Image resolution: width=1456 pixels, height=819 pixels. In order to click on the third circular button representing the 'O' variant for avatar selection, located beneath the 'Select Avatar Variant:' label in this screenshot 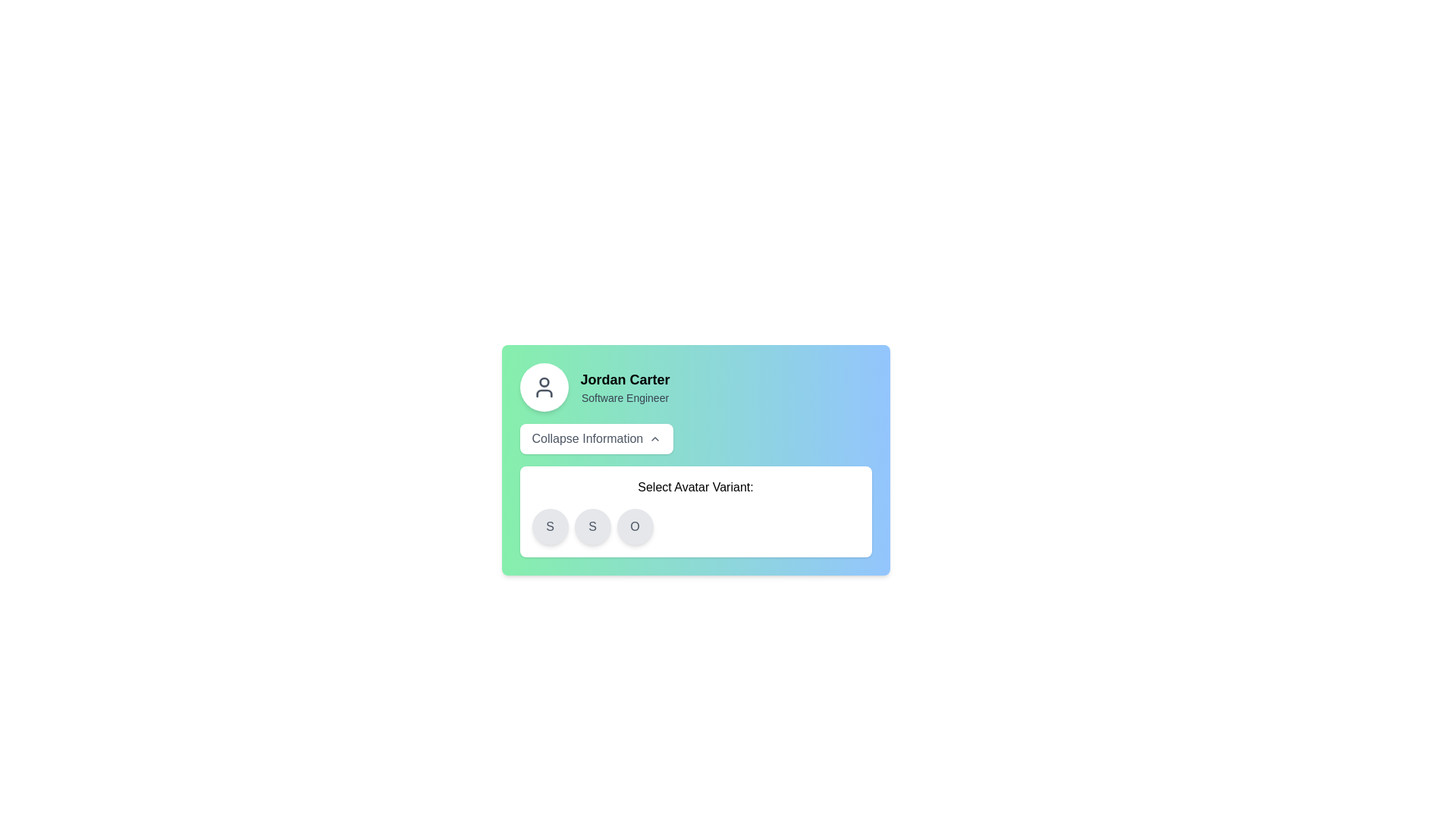, I will do `click(635, 526)`.